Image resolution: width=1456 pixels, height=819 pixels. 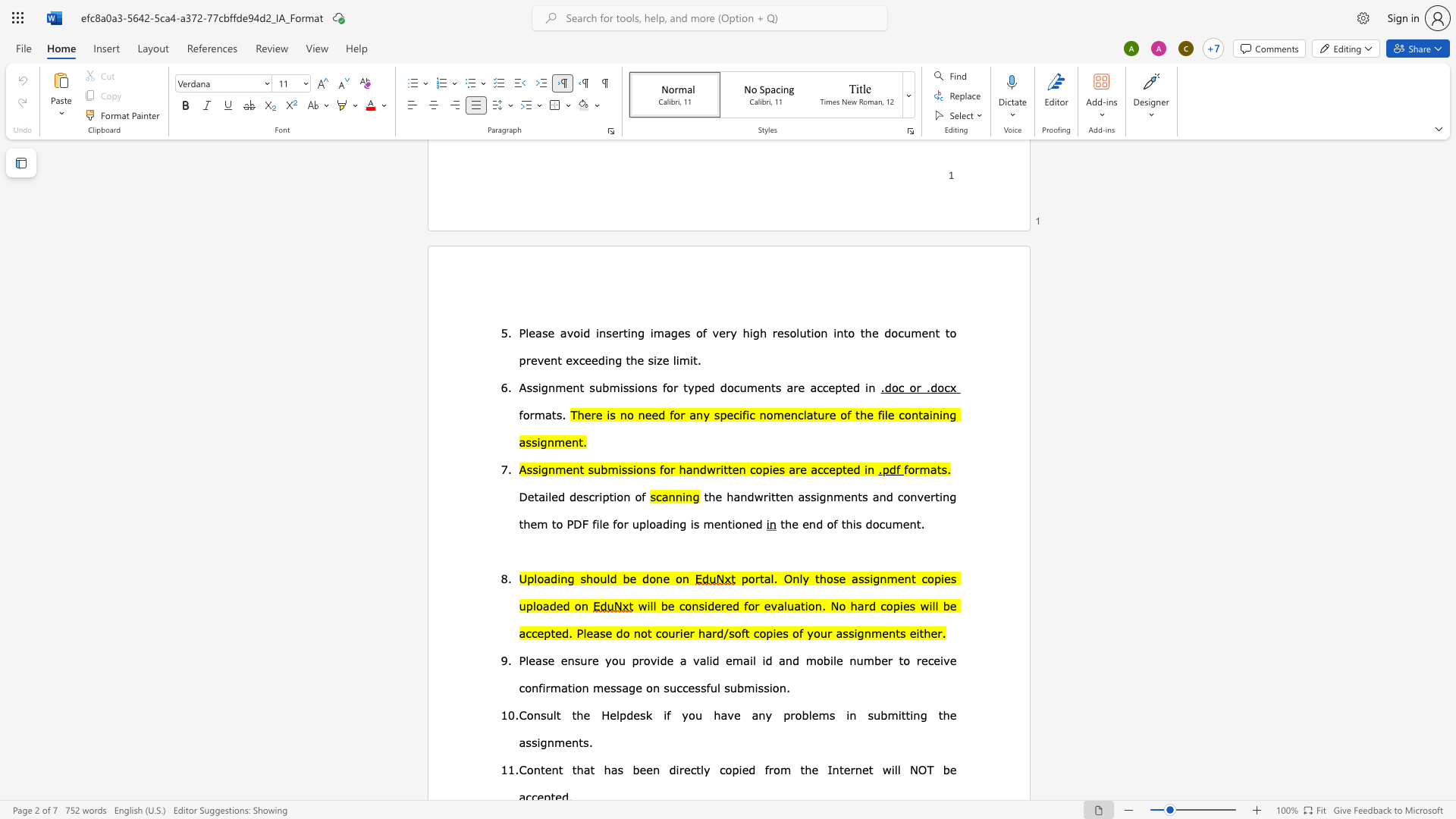 What do you see at coordinates (698, 660) in the screenshot?
I see `the space between the continuous character "v" and "a" in the text` at bounding box center [698, 660].